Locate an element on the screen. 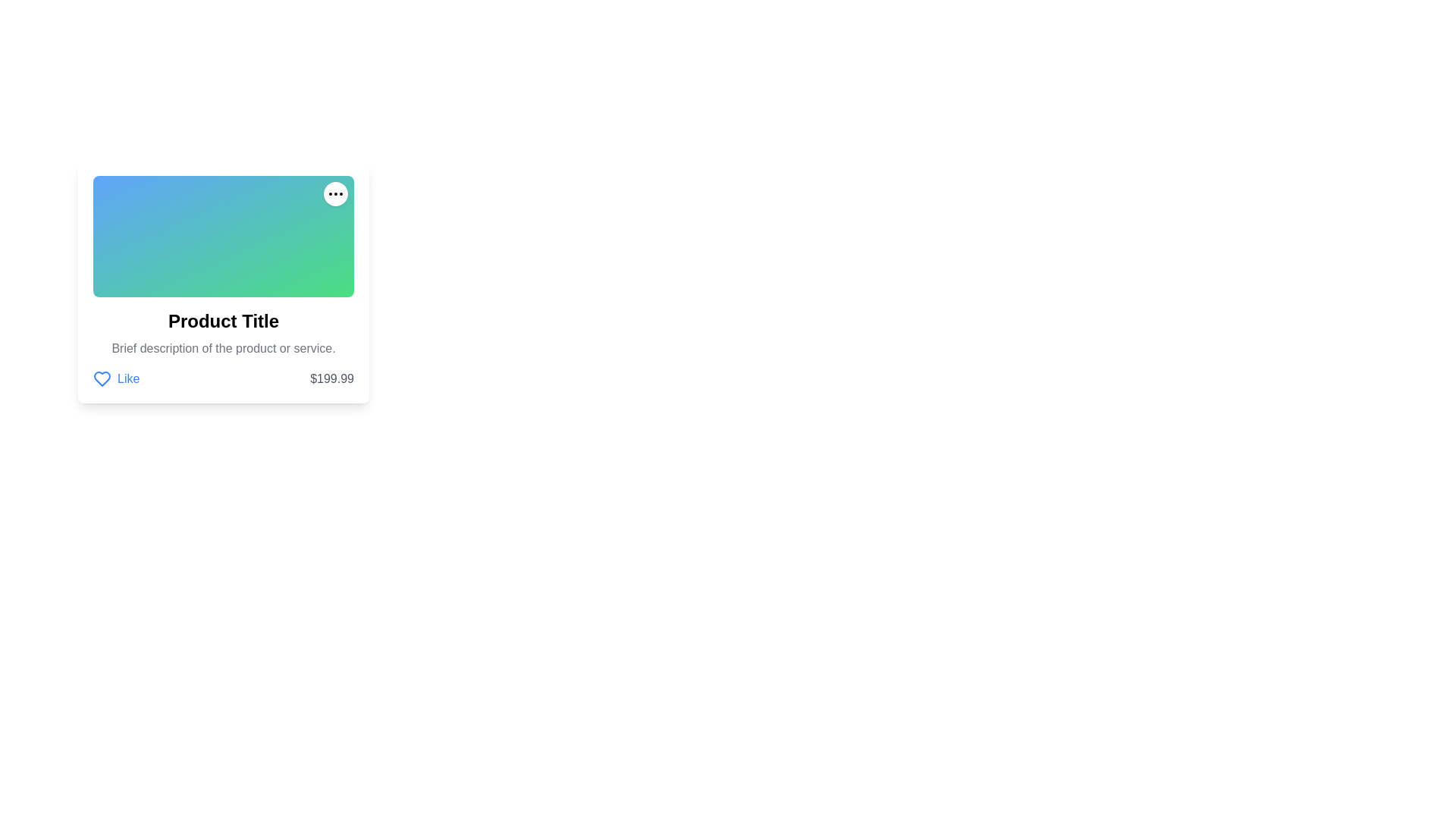 The width and height of the screenshot is (1456, 819). the heart icon located to the left of the text 'Like' to favorite the associated product is located at coordinates (101, 378).